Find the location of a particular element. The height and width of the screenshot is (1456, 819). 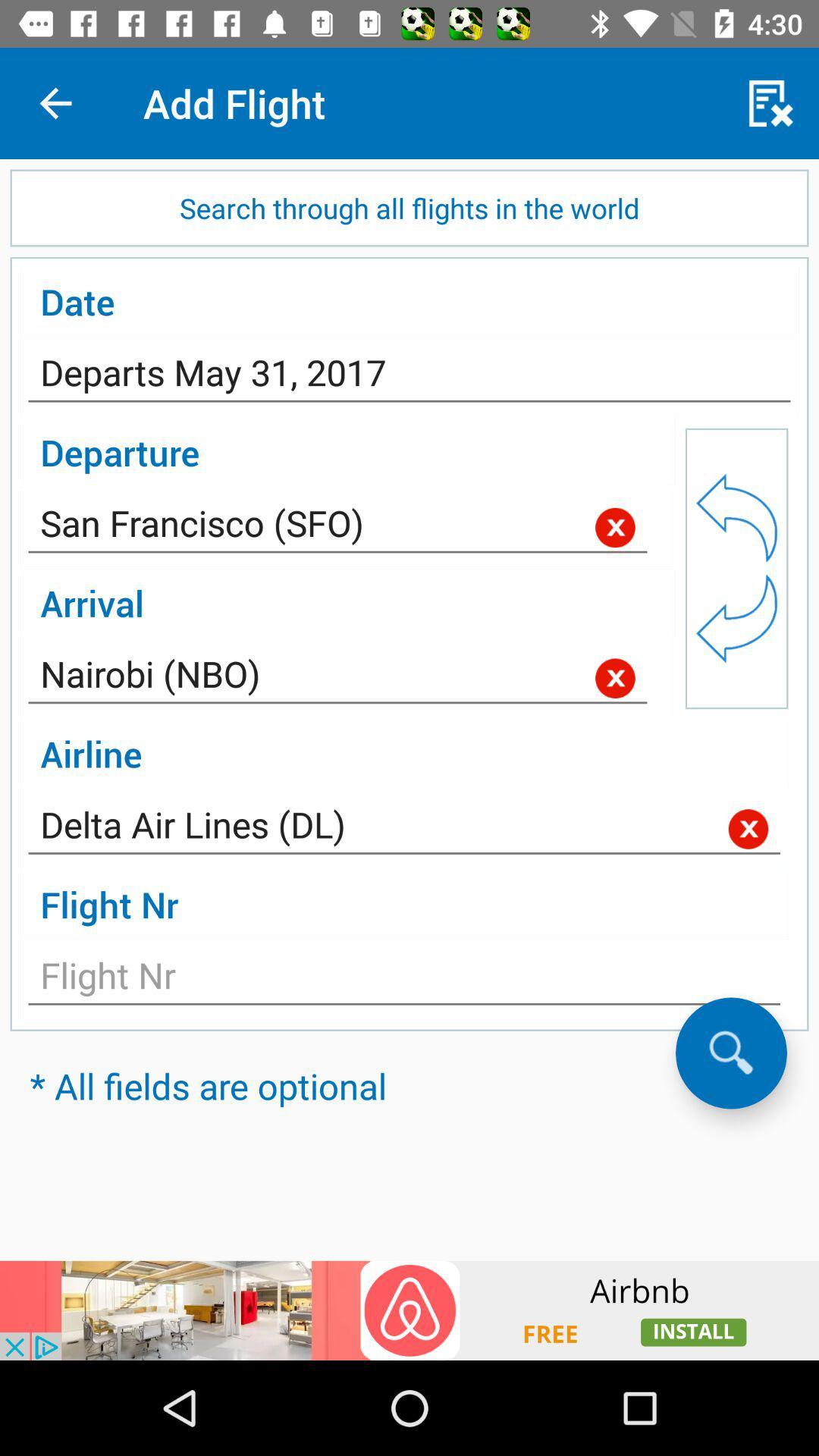

flight number section is located at coordinates (403, 980).